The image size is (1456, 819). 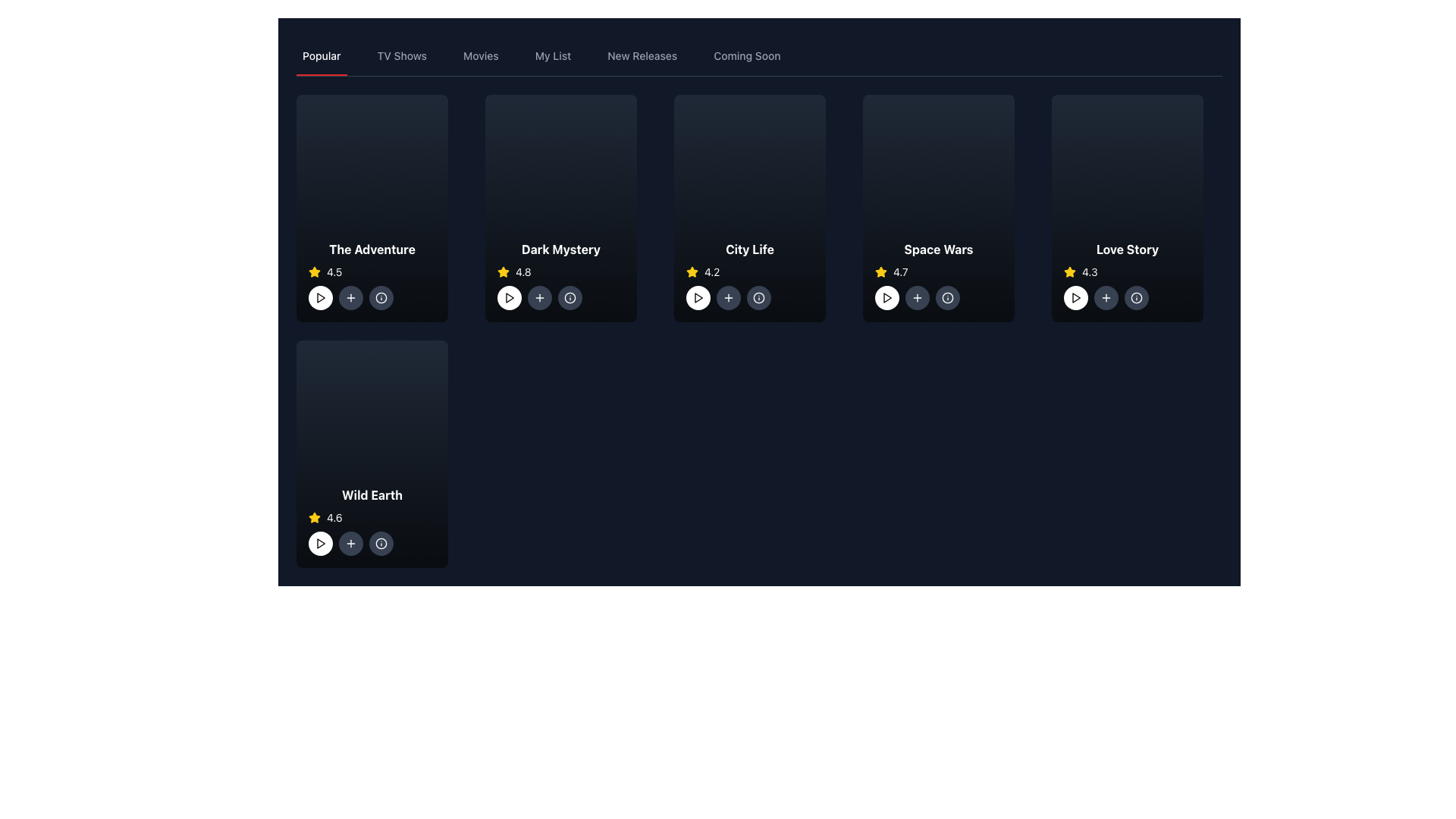 I want to click on the center button in the group of three circular buttons beneath the 'Wild Earth' card, so click(x=350, y=543).